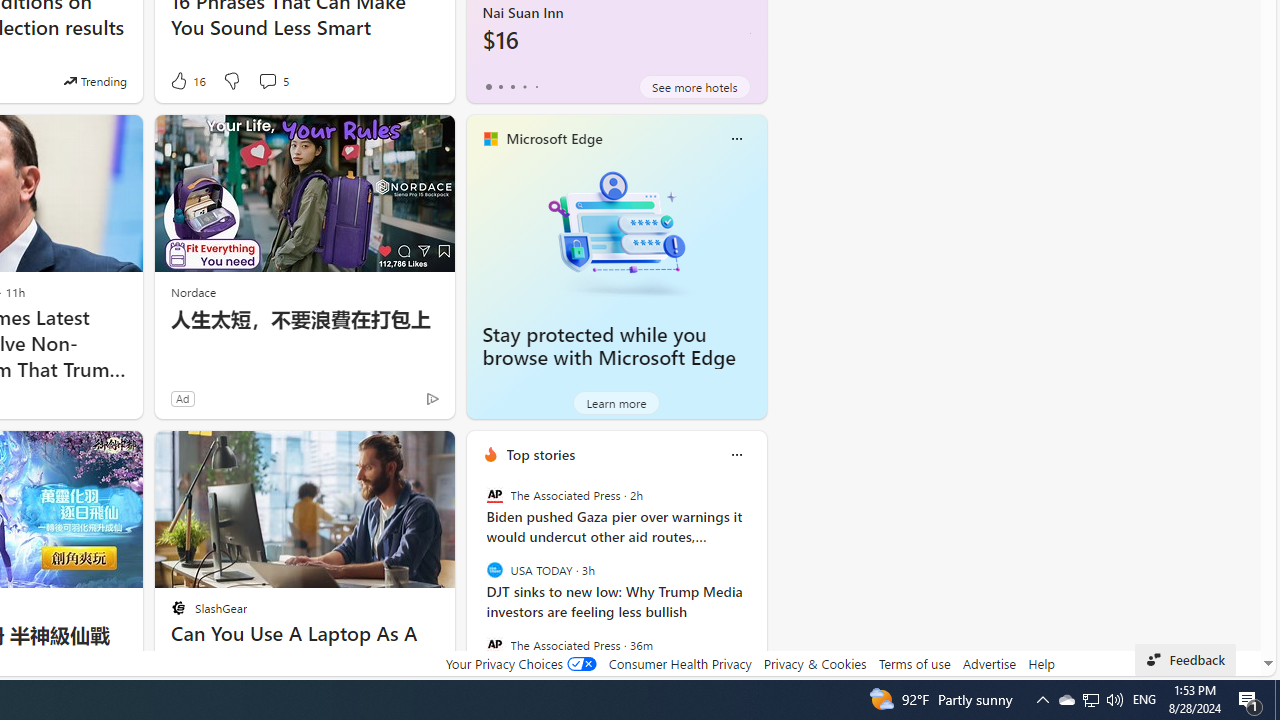 The height and width of the screenshot is (720, 1280). What do you see at coordinates (615, 231) in the screenshot?
I see `'Stay protected while you browse with Microsoft Edge'` at bounding box center [615, 231].